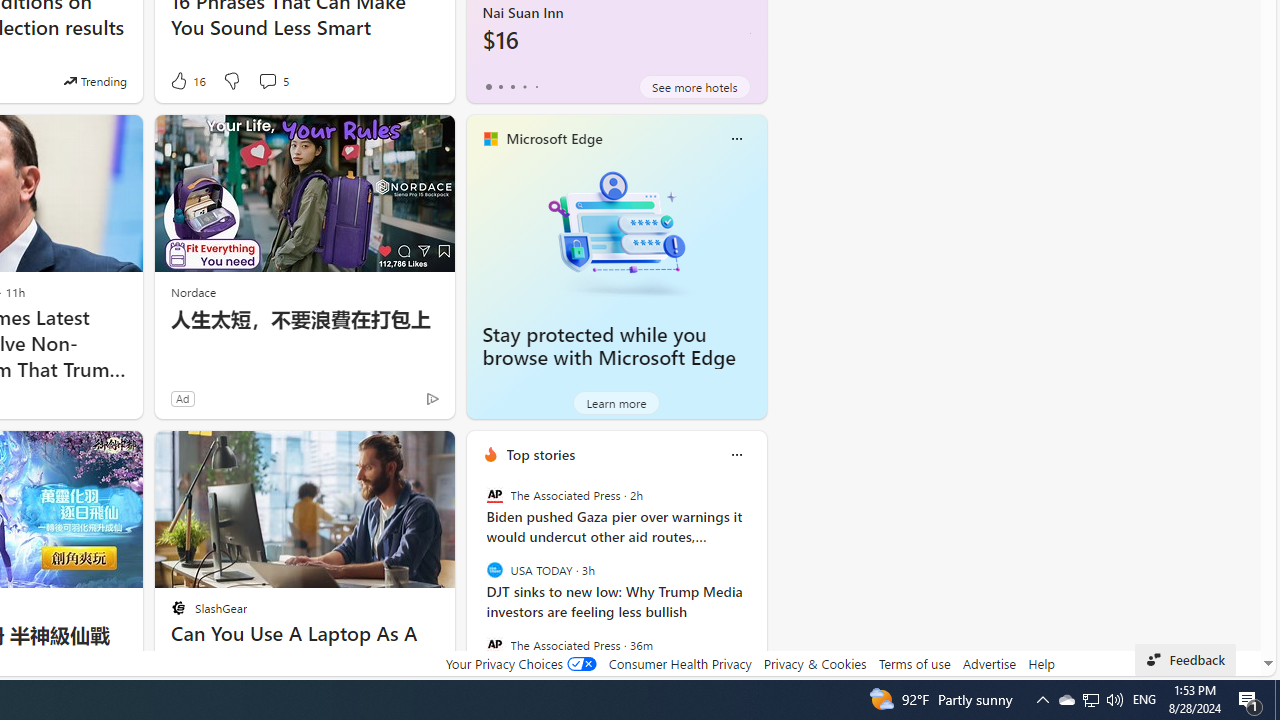 The height and width of the screenshot is (720, 1280). What do you see at coordinates (615, 231) in the screenshot?
I see `'Stay protected while you browse with Microsoft Edge'` at bounding box center [615, 231].